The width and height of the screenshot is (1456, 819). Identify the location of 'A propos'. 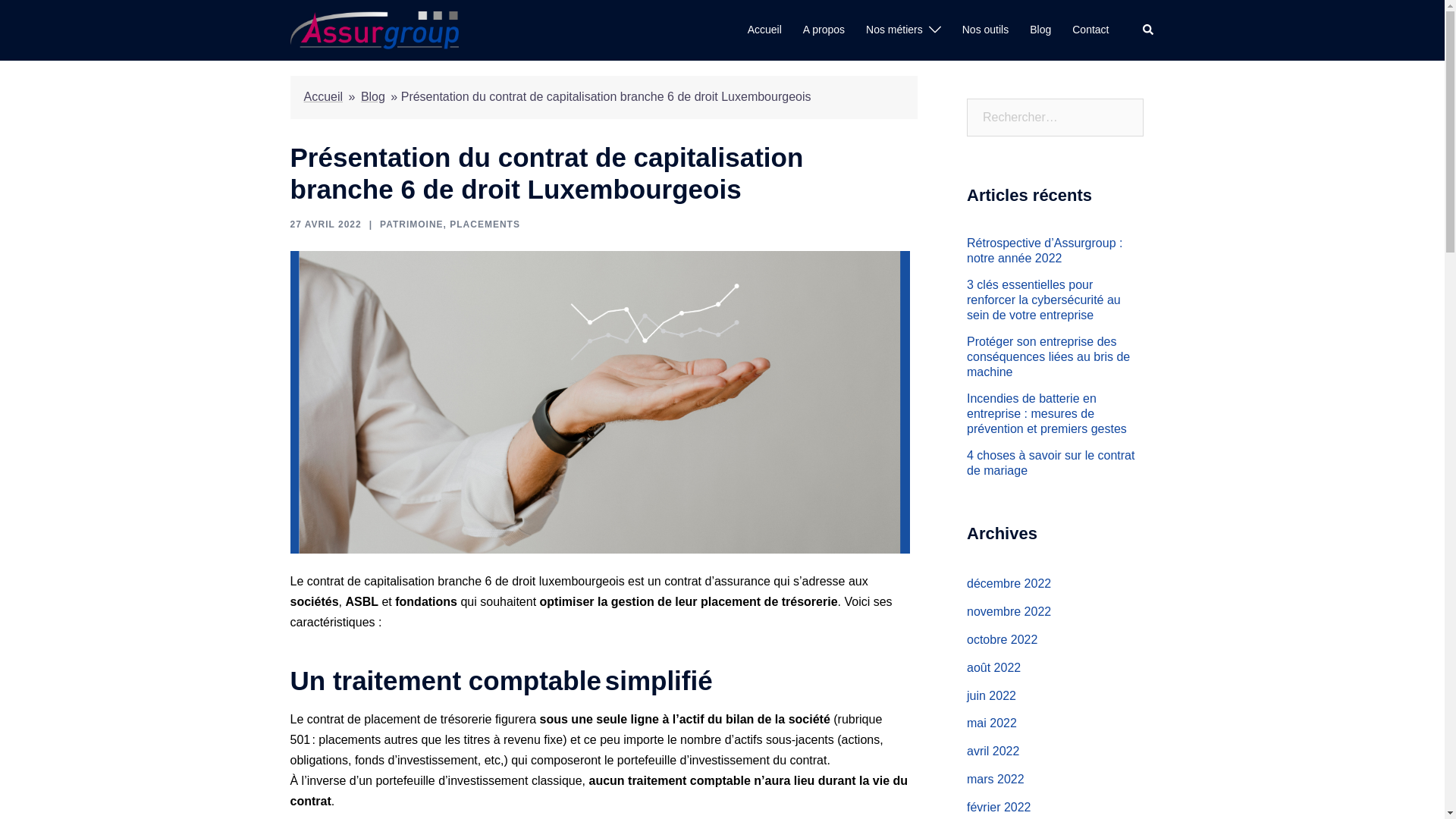
(802, 30).